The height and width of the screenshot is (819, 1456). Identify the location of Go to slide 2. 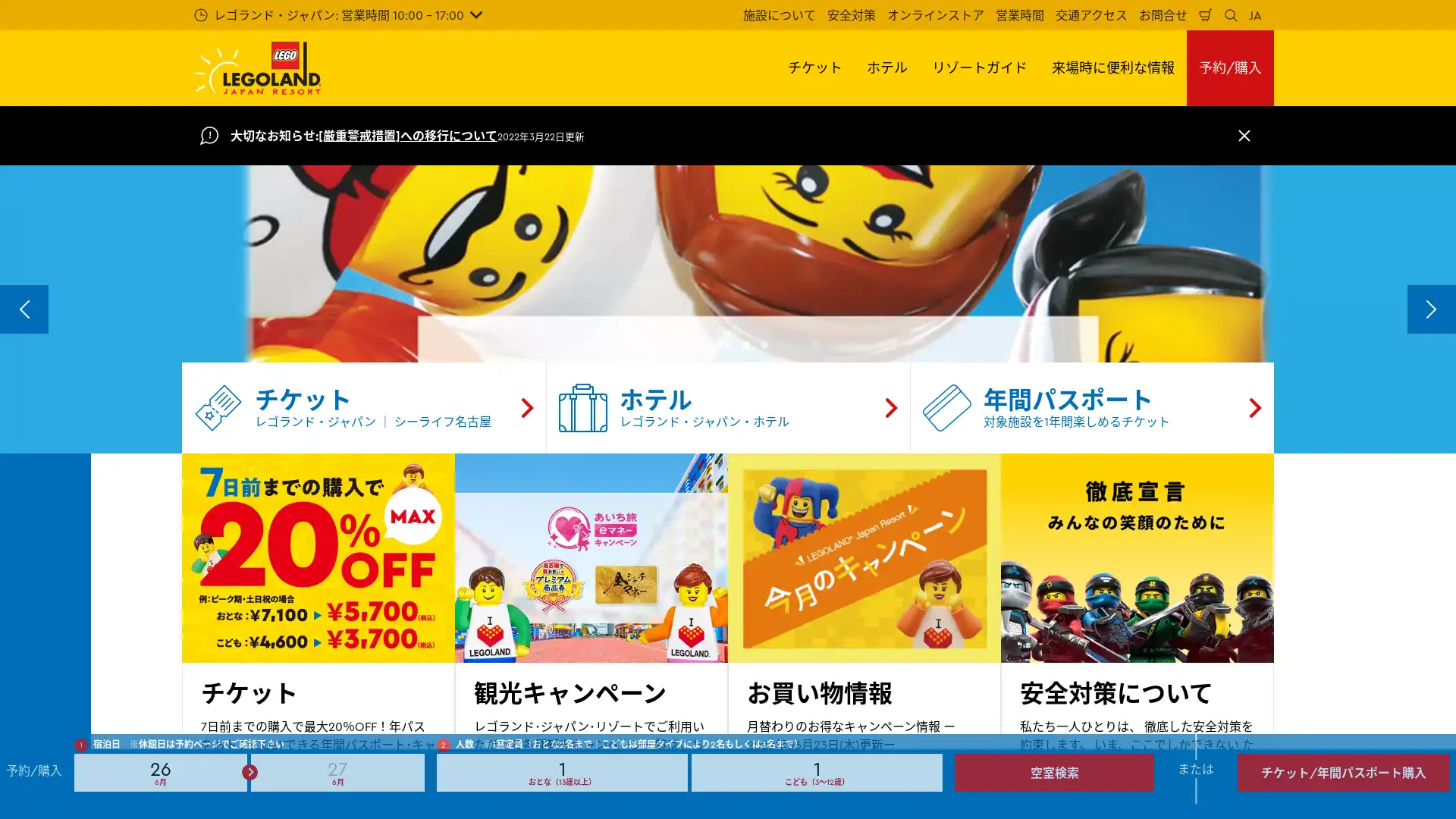
(709, 646).